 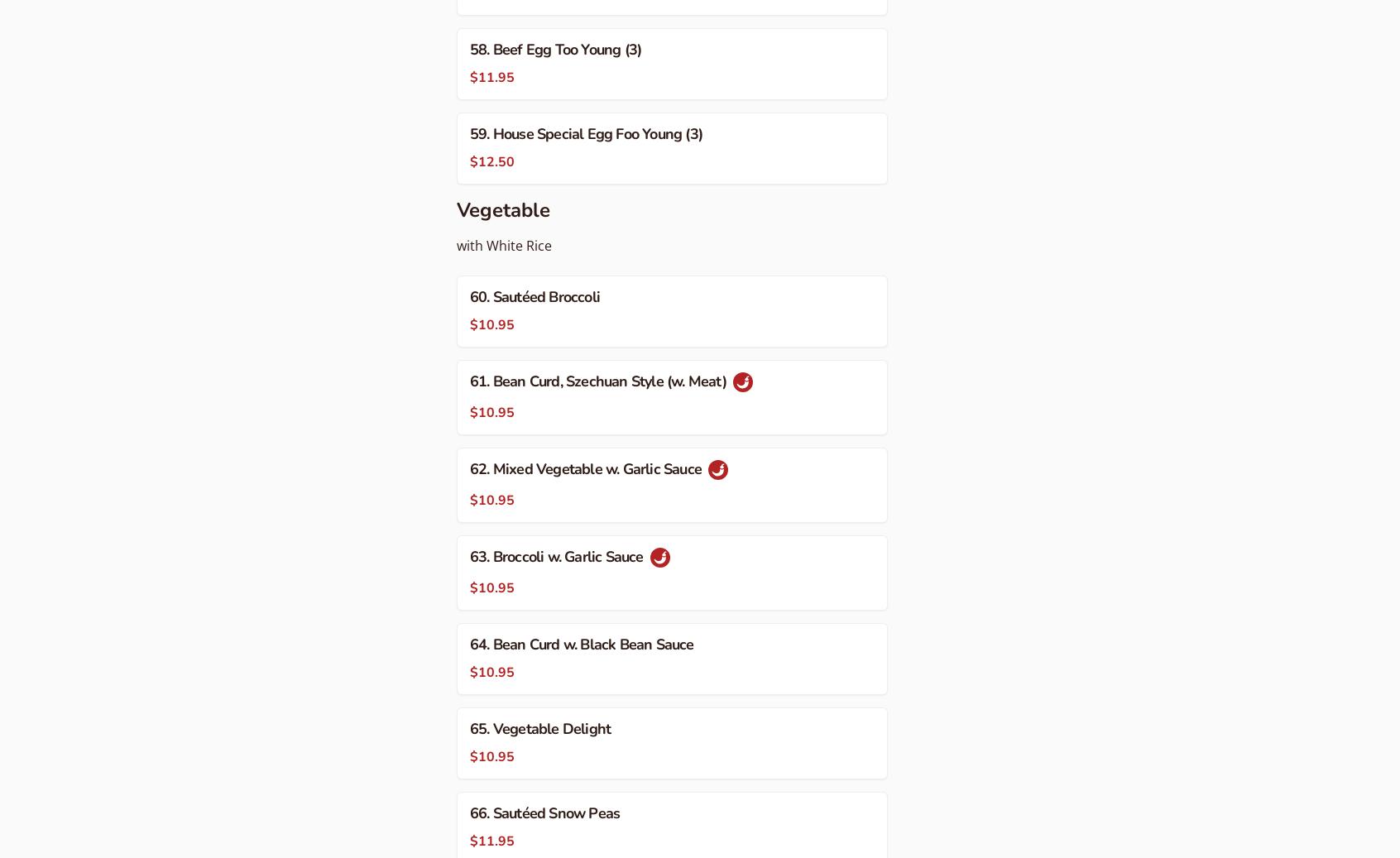 I want to click on 'with White Rice', so click(x=456, y=244).